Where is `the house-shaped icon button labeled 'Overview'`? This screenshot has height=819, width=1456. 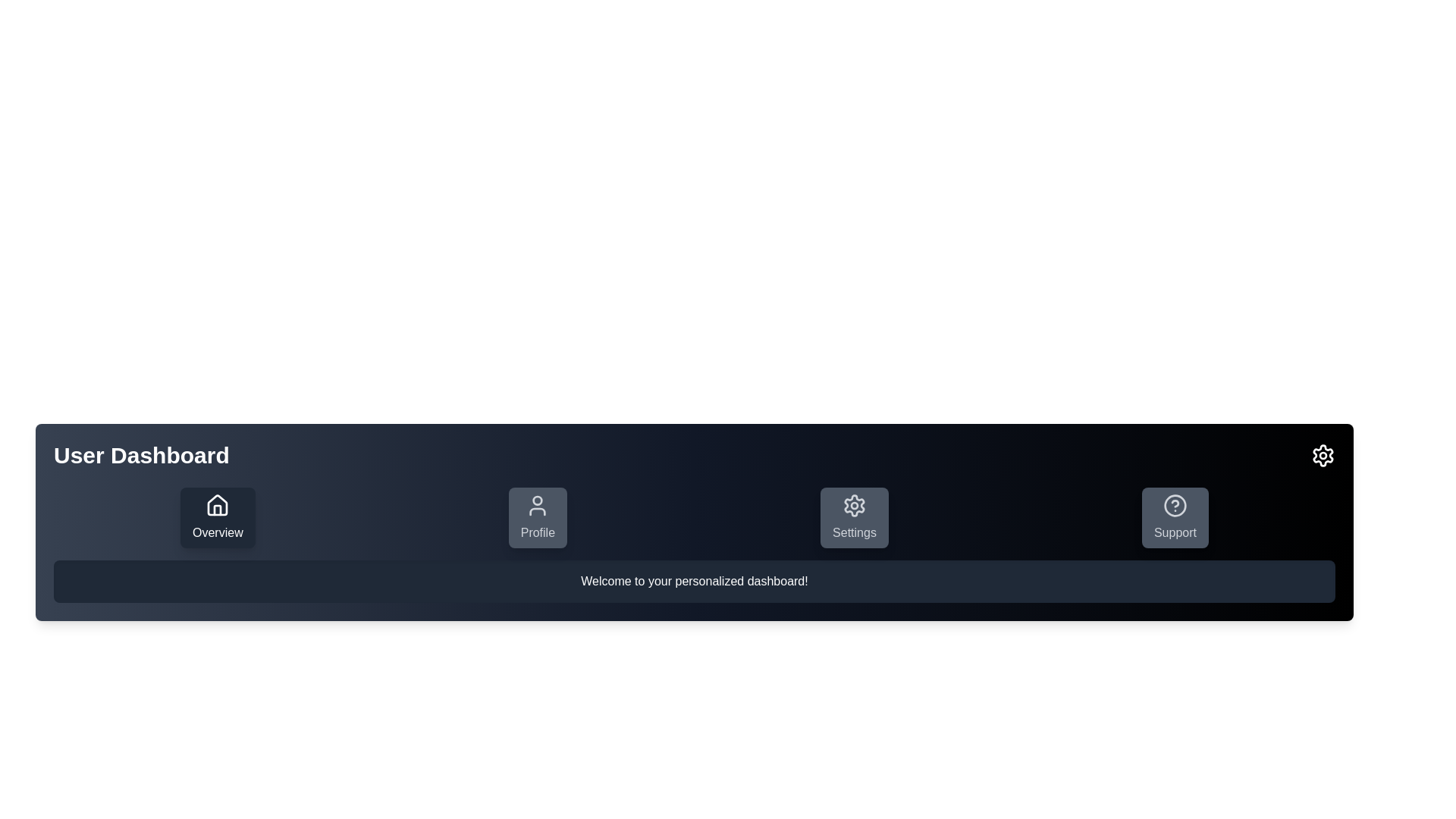 the house-shaped icon button labeled 'Overview' is located at coordinates (217, 505).